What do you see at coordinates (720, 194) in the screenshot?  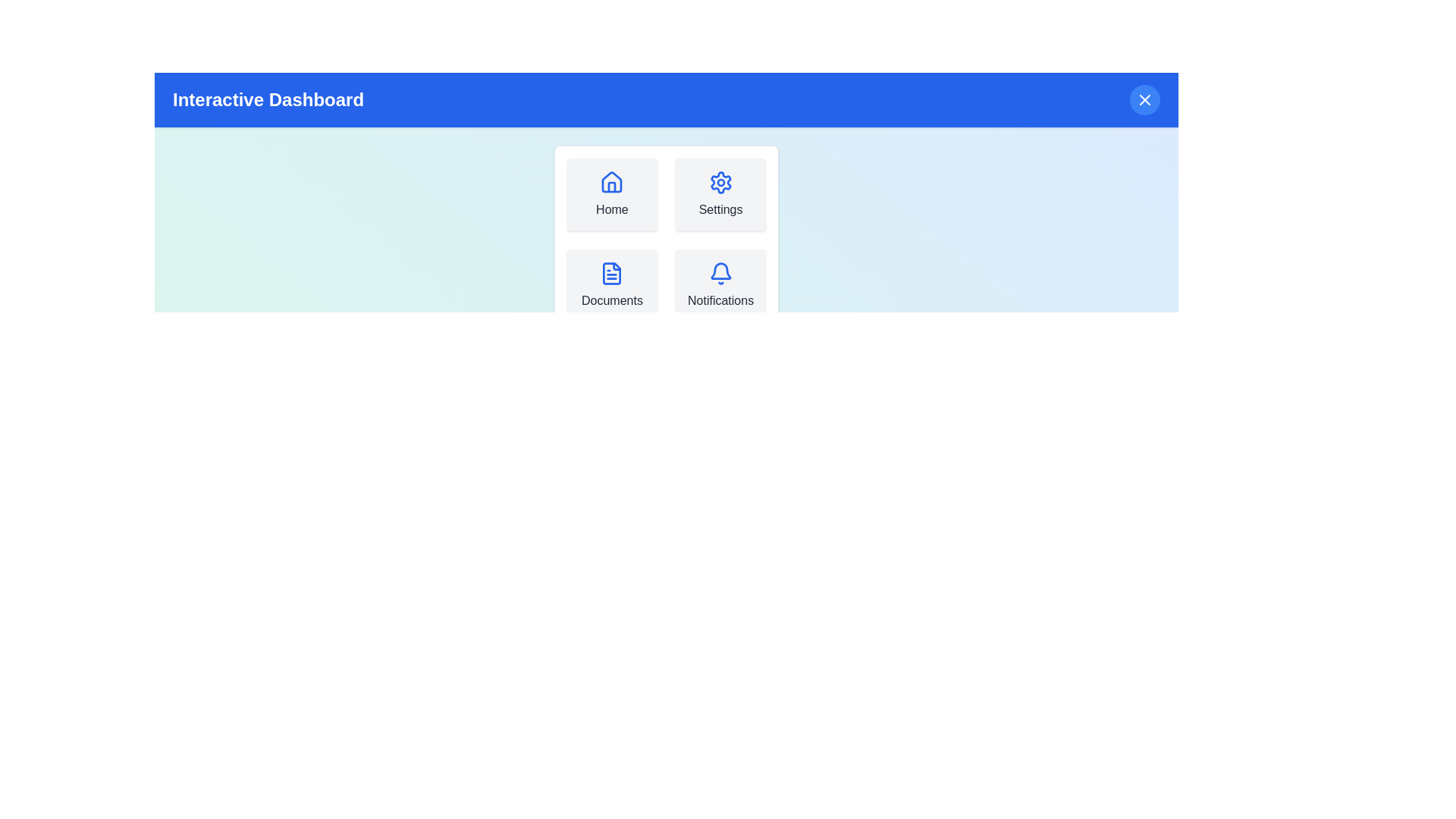 I see `the menu item Settings` at bounding box center [720, 194].